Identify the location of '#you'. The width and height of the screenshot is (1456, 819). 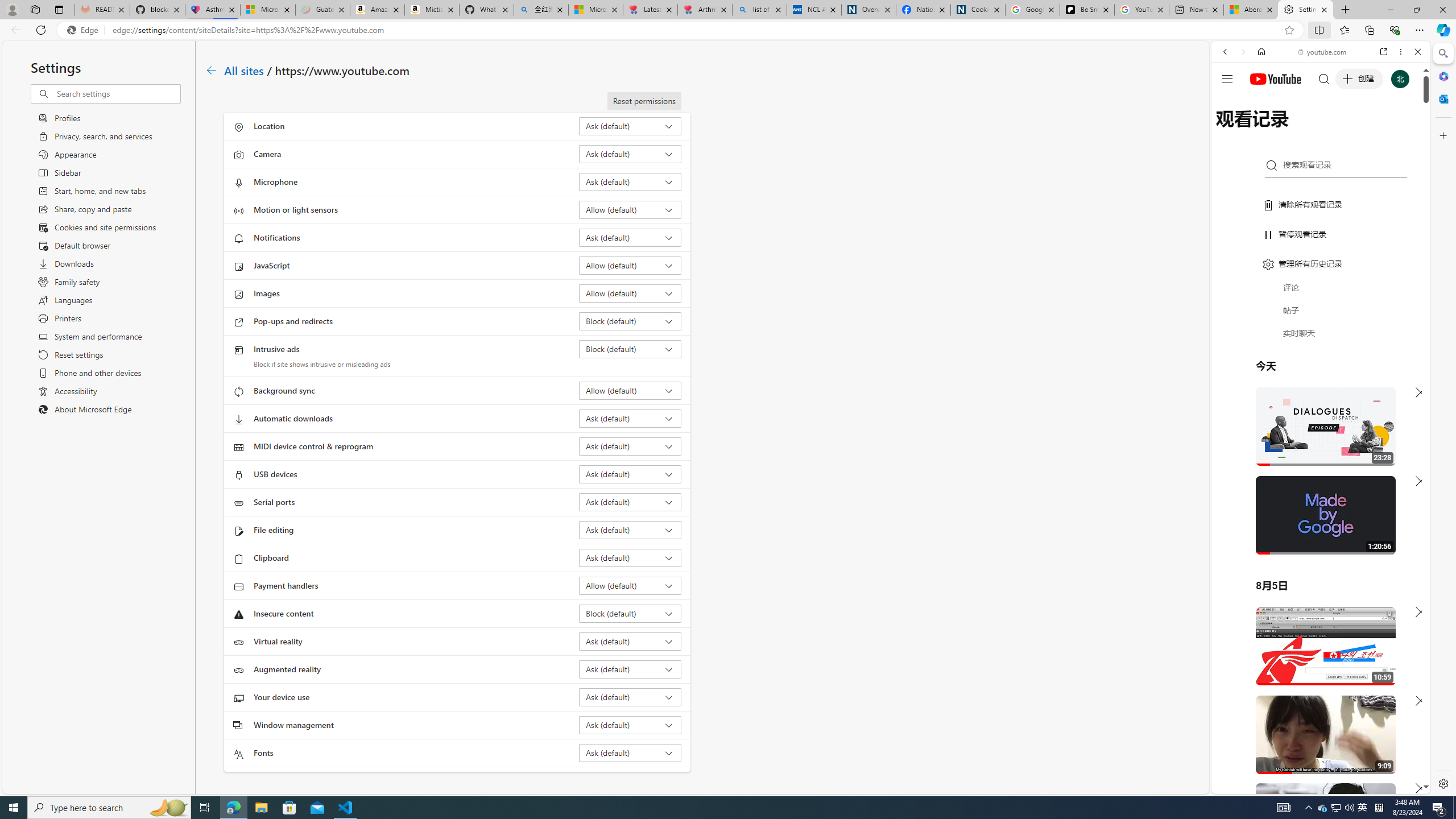
(1316, 659).